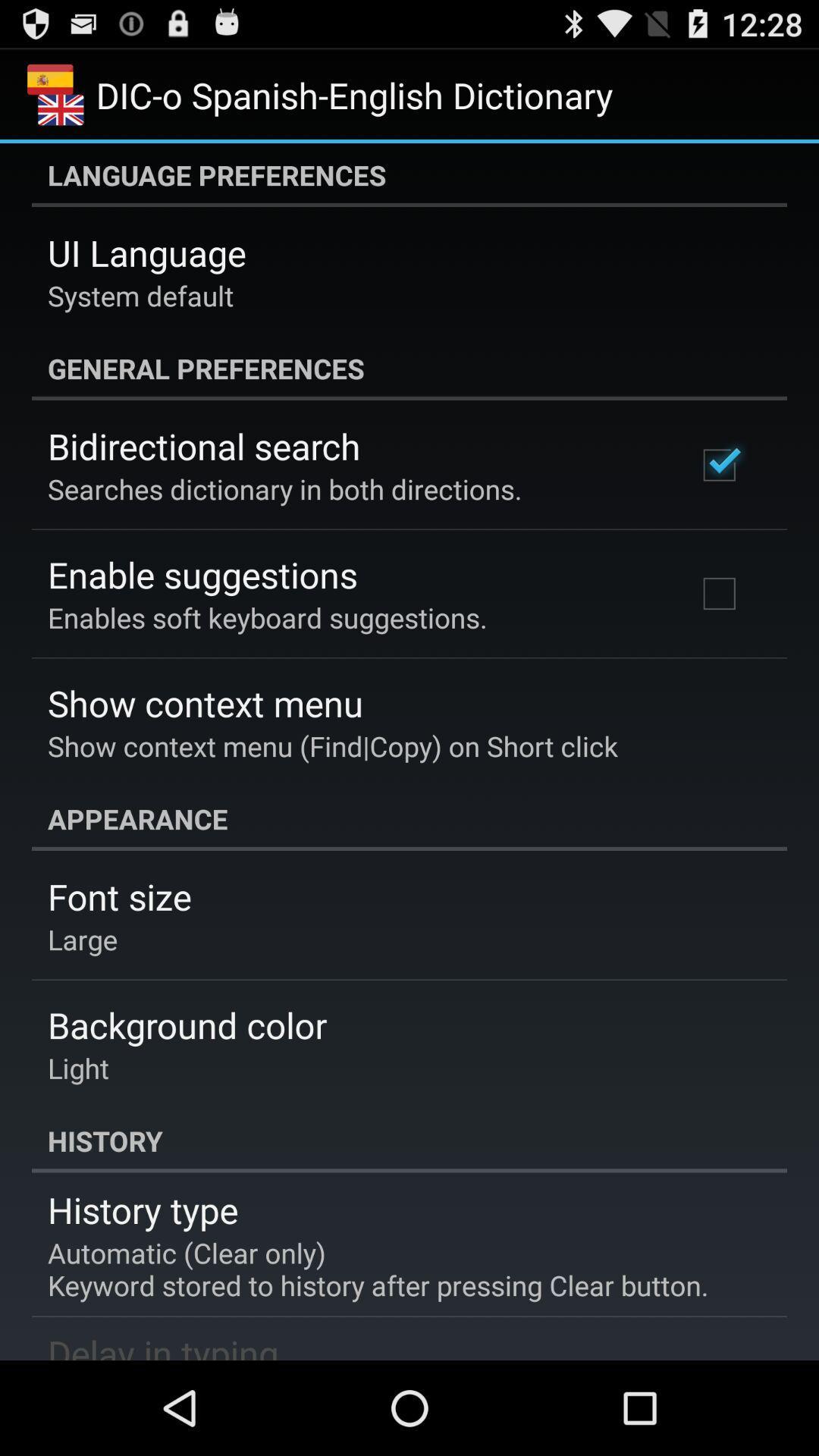 This screenshot has height=1456, width=819. What do you see at coordinates (163, 1345) in the screenshot?
I see `the icon below the automatic clear only item` at bounding box center [163, 1345].